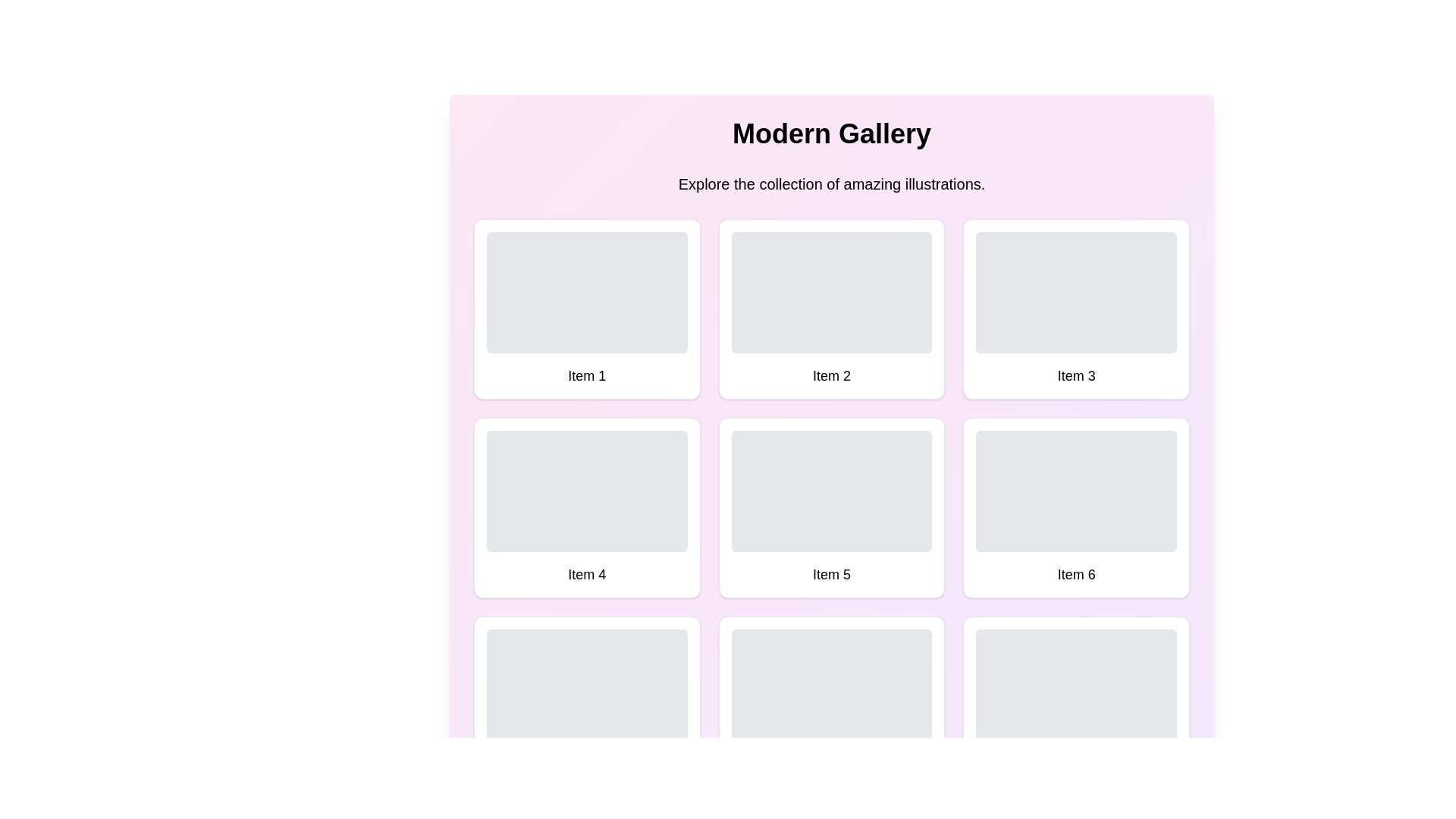 This screenshot has width=1456, height=819. I want to click on the card representing 'Item 6', located in the second row, third column of the grid layout, so click(1075, 508).